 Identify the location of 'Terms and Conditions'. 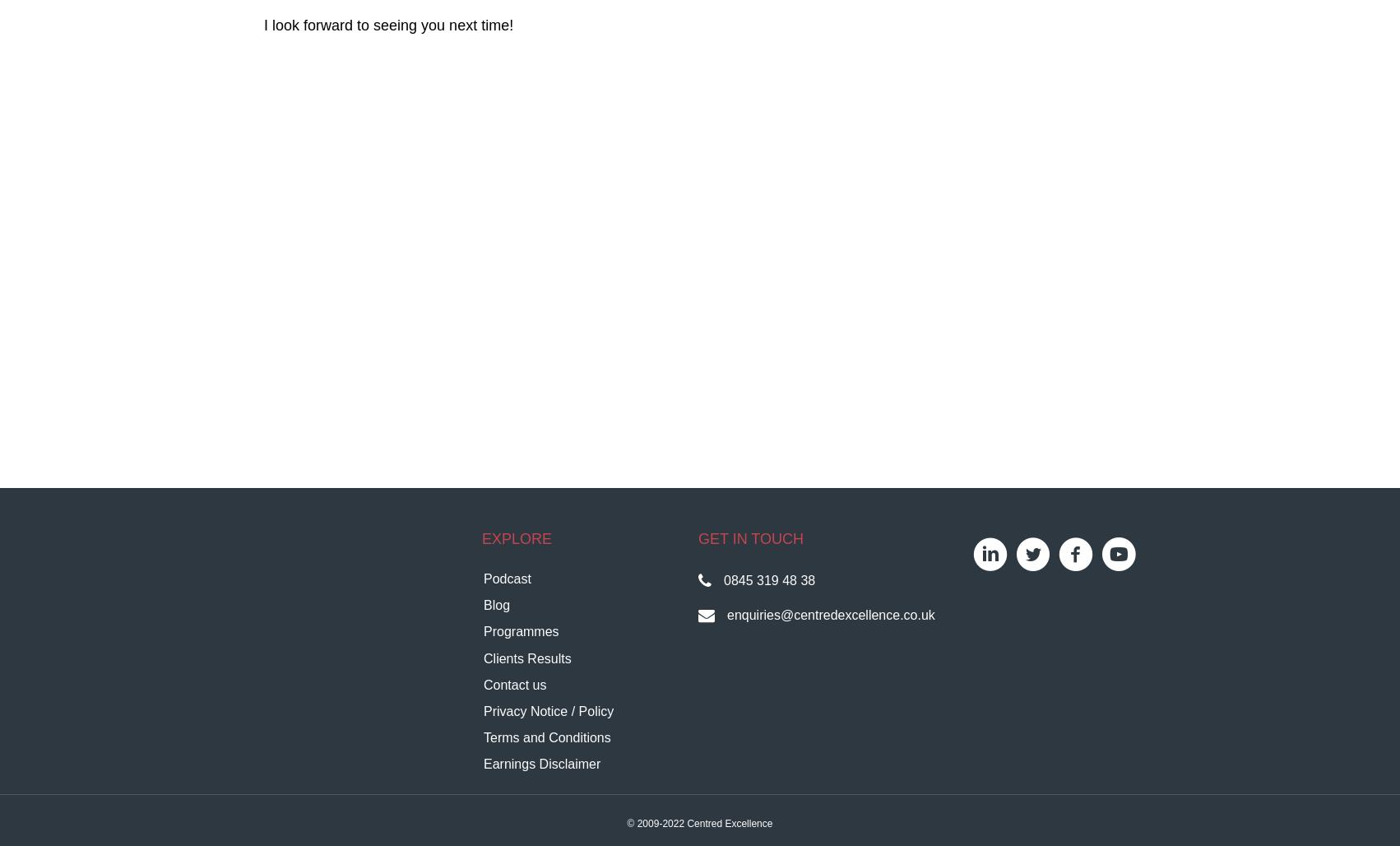
(546, 737).